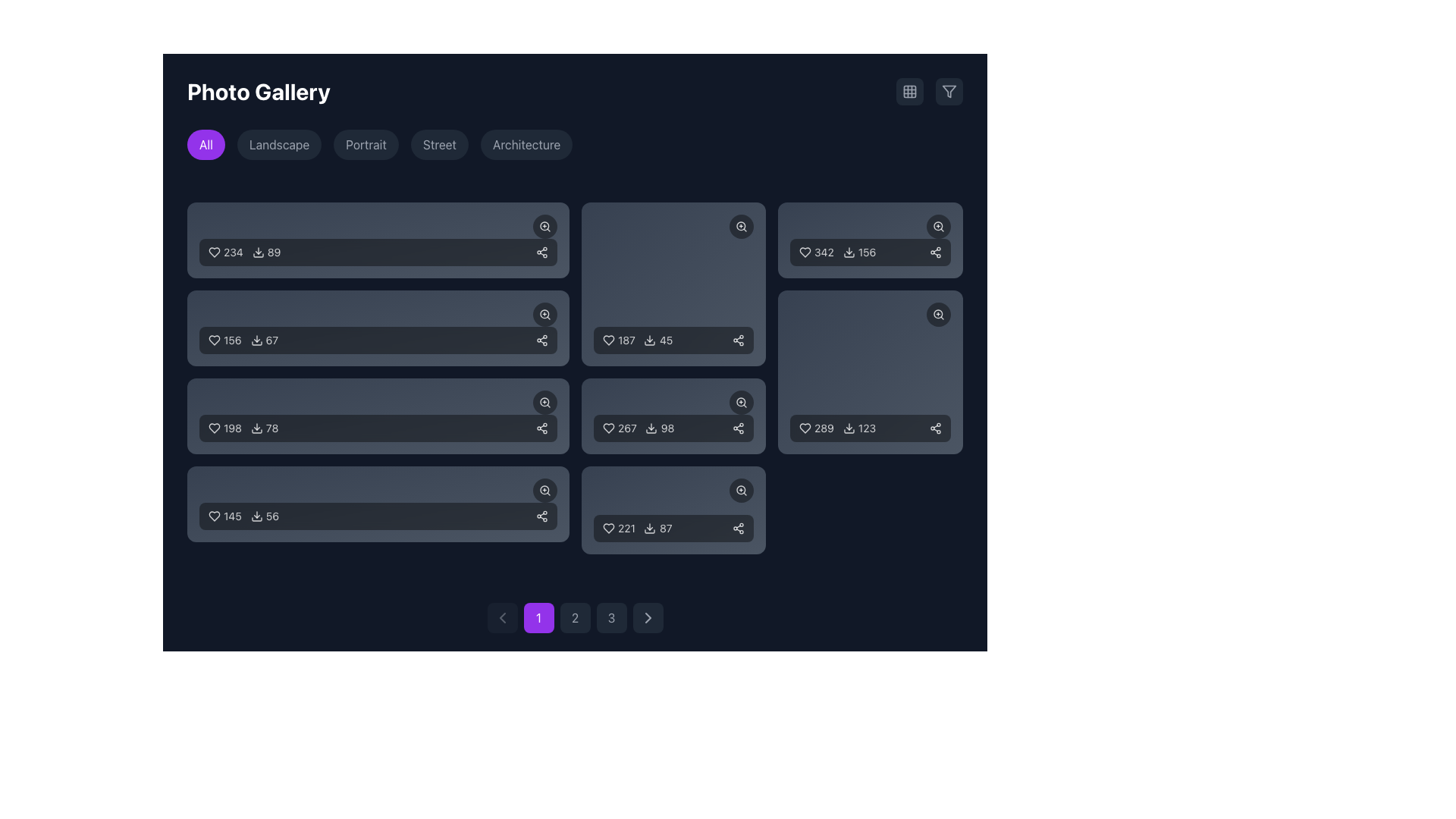  Describe the element at coordinates (544, 314) in the screenshot. I see `the zoom button located at the top-right corner of the second image card in the first column to trigger visual feedback` at that location.